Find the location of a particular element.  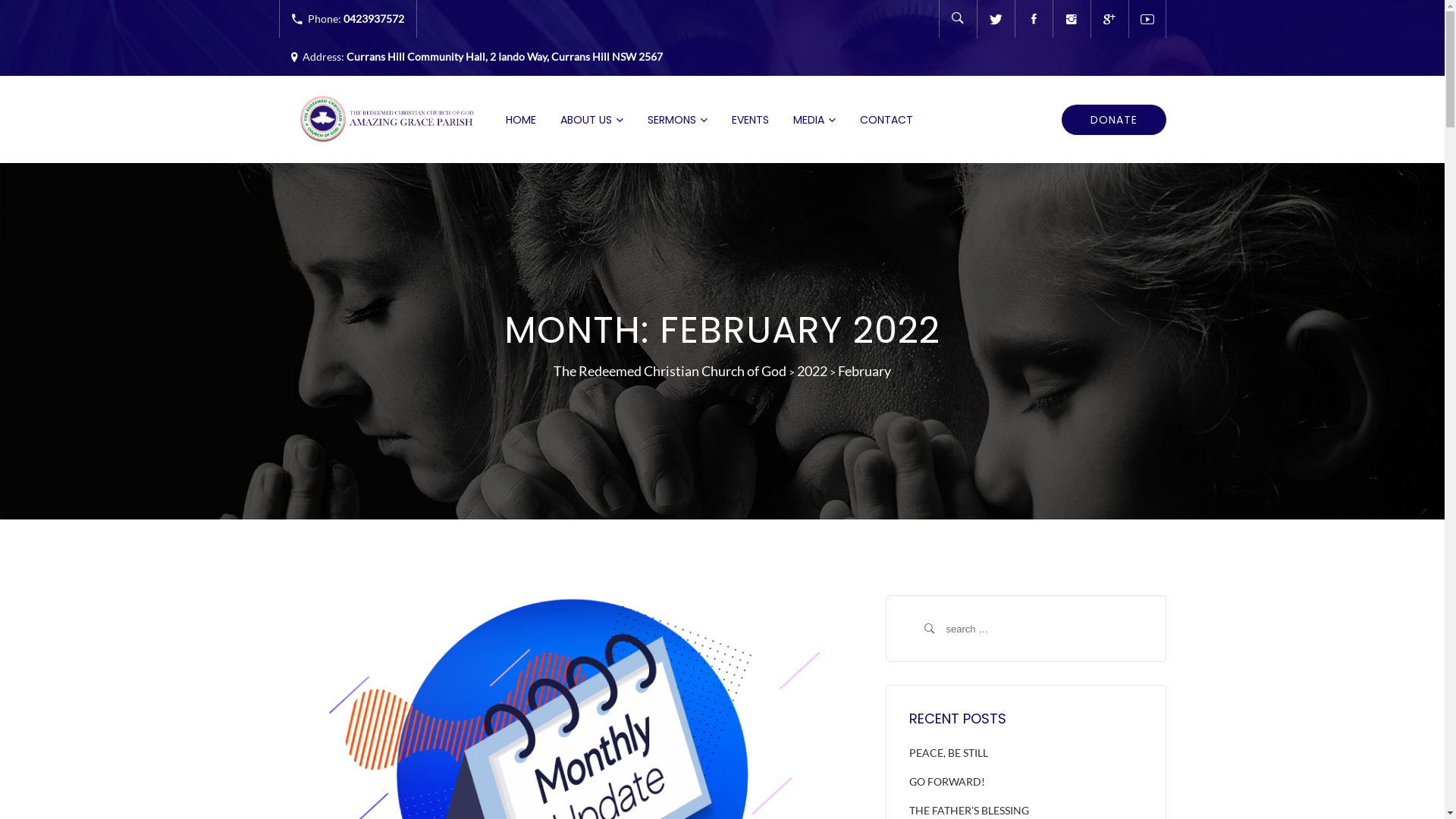

'ABOUT US' is located at coordinates (559, 119).